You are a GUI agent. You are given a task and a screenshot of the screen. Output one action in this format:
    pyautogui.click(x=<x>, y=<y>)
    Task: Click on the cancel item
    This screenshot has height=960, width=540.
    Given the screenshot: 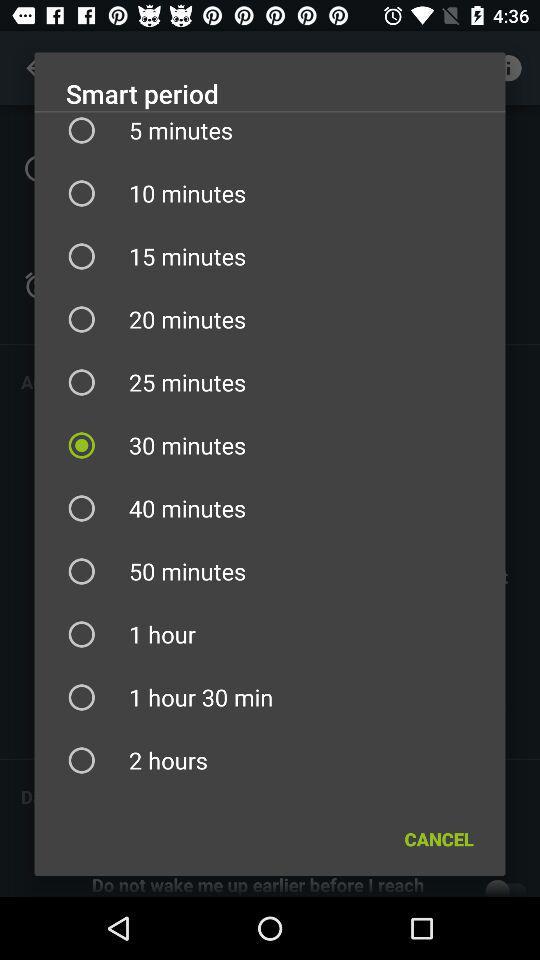 What is the action you would take?
    pyautogui.click(x=438, y=839)
    